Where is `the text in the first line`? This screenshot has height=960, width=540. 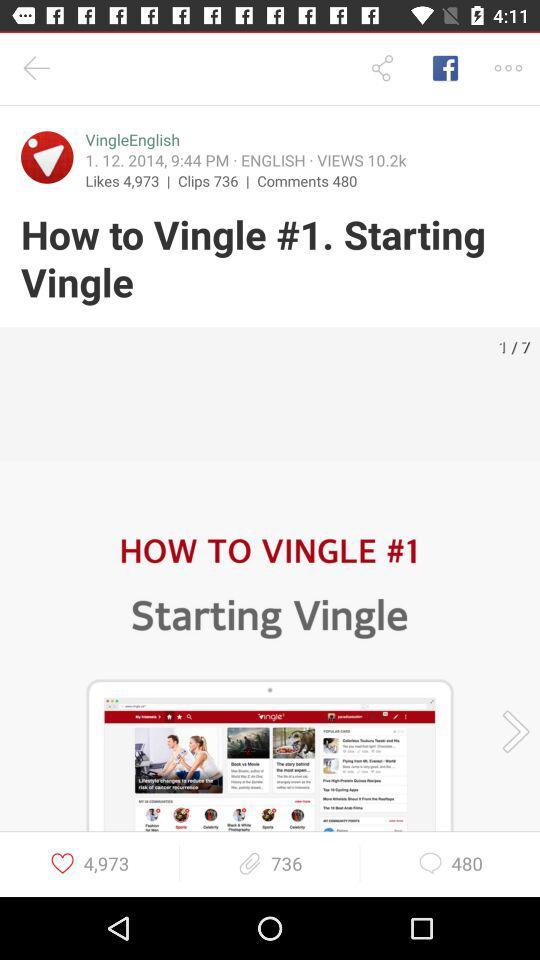
the text in the first line is located at coordinates (133, 139).